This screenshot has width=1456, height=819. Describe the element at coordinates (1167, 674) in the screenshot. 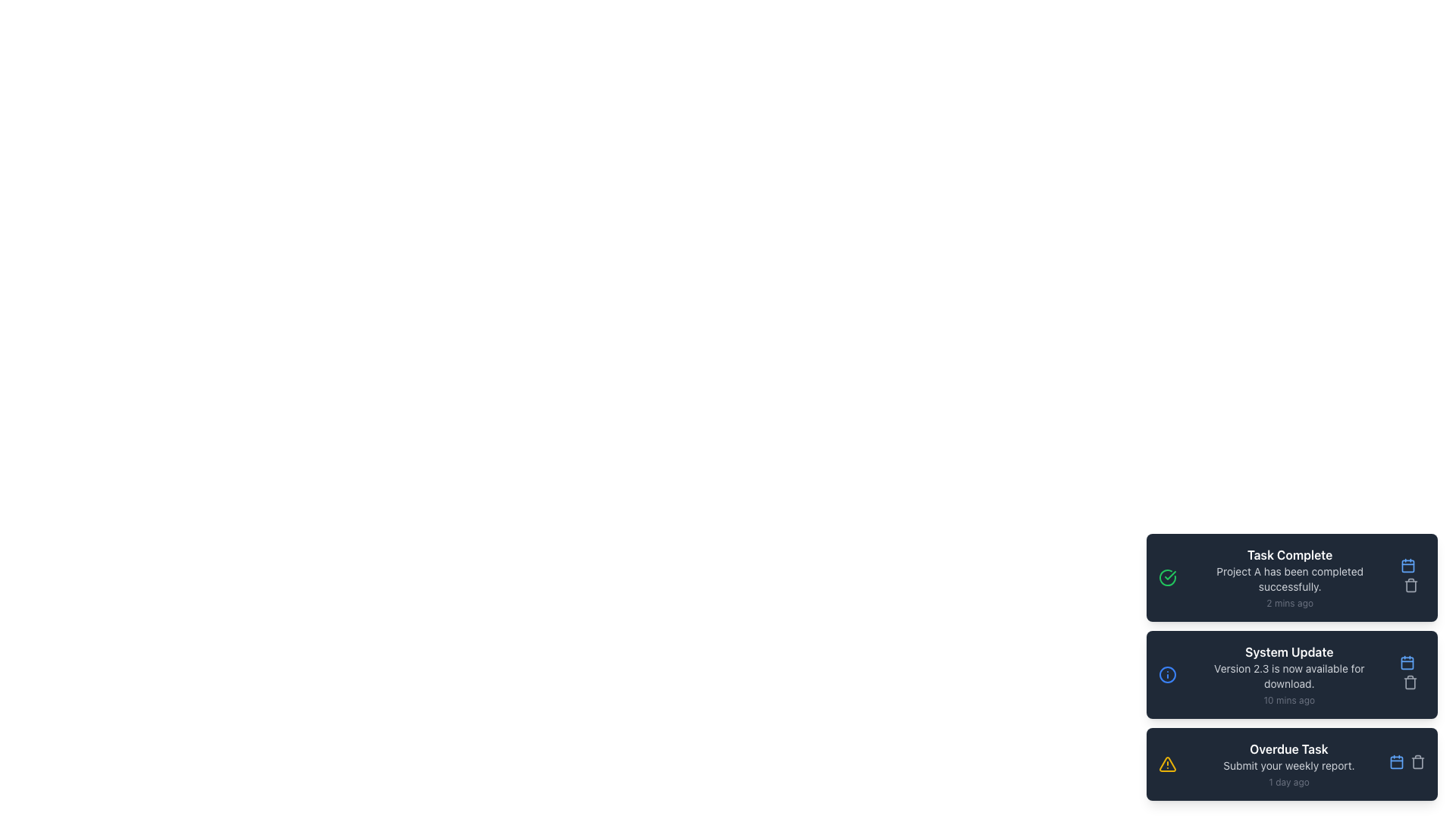

I see `the 'System Update' notification icon, which is located to the left of the notification titled 'System Update' within the notification card` at that location.